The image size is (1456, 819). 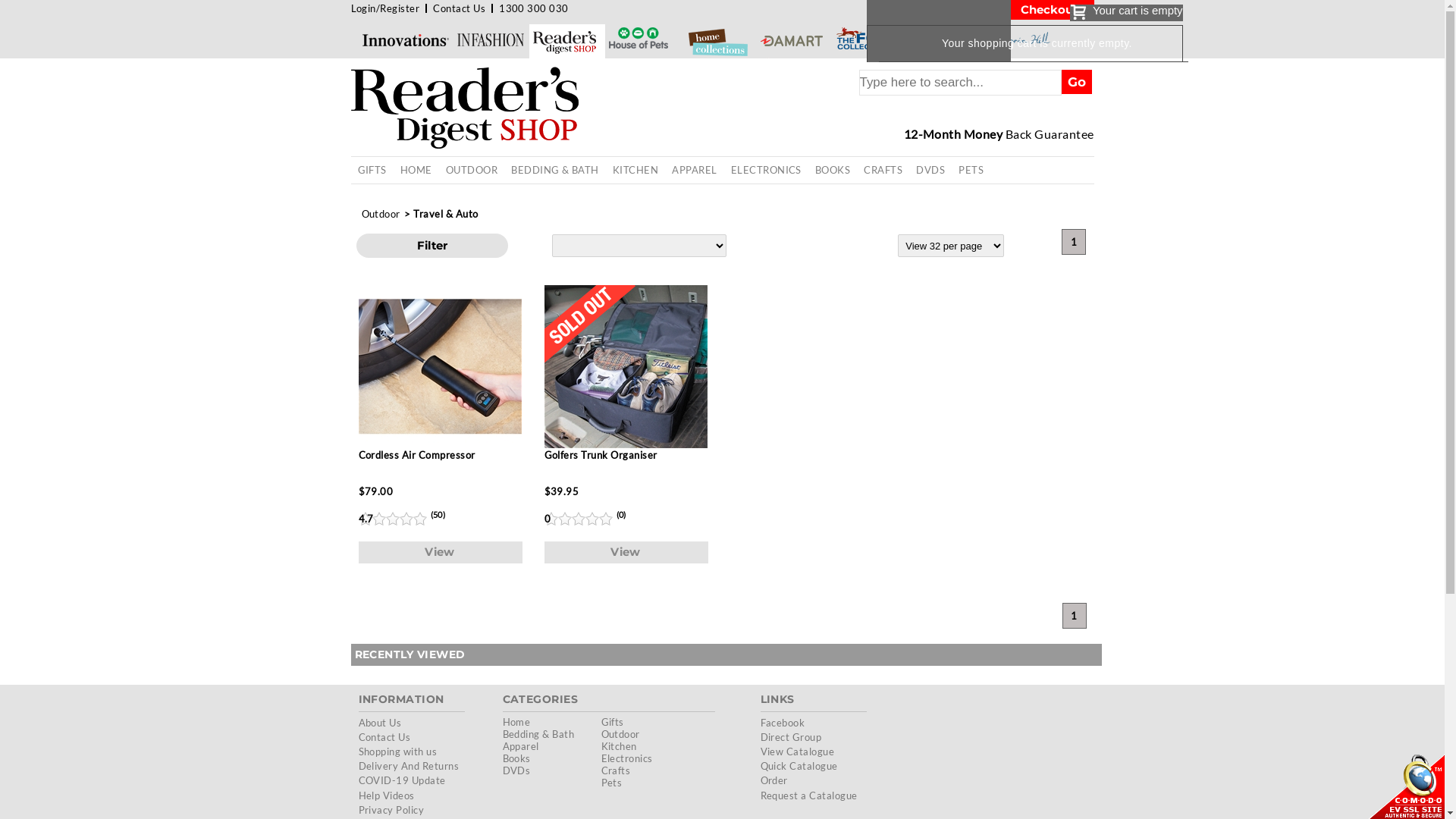 I want to click on 'Apparel', so click(x=502, y=745).